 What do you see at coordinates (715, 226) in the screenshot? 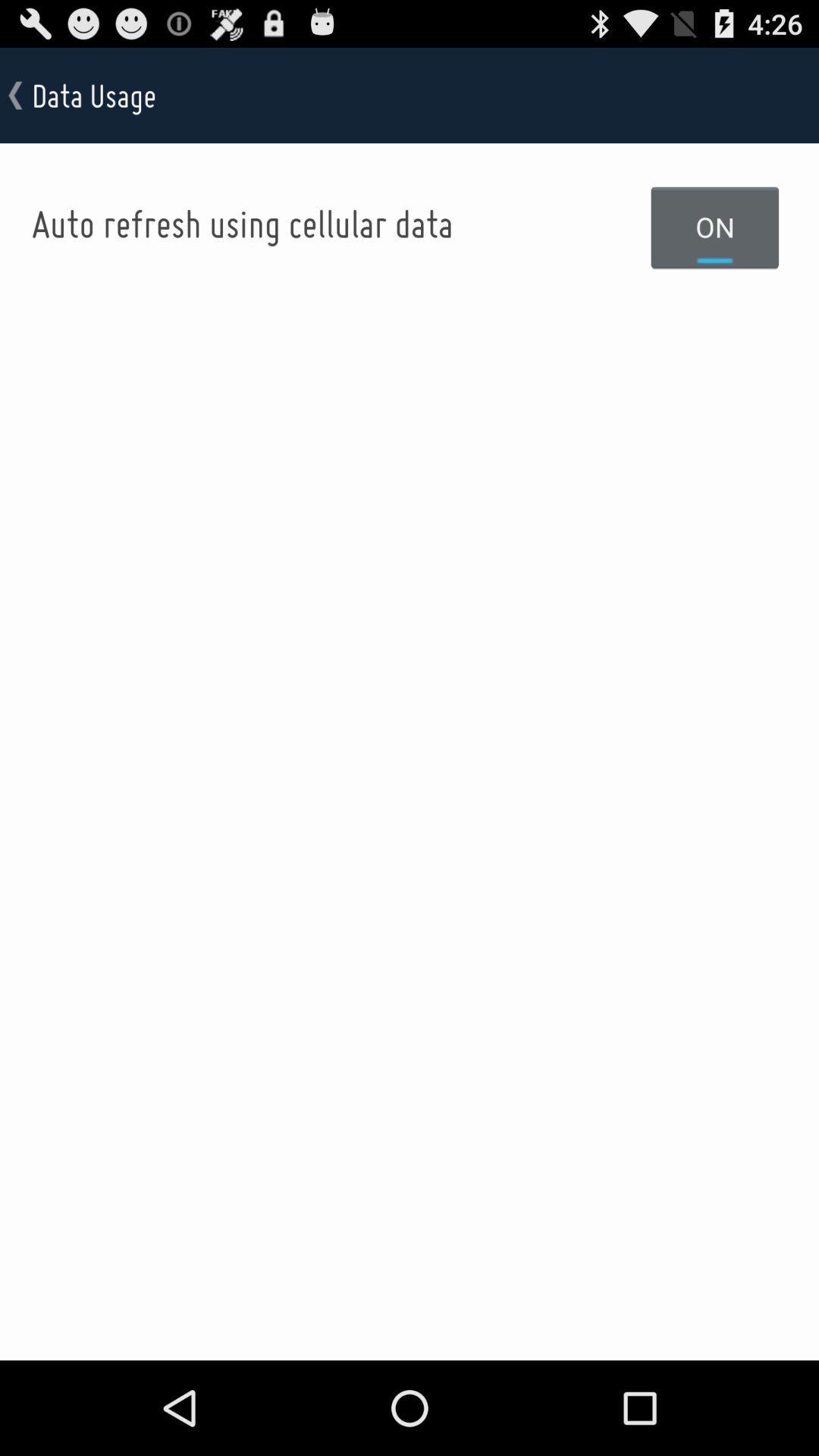
I see `the on at the top right corner` at bounding box center [715, 226].